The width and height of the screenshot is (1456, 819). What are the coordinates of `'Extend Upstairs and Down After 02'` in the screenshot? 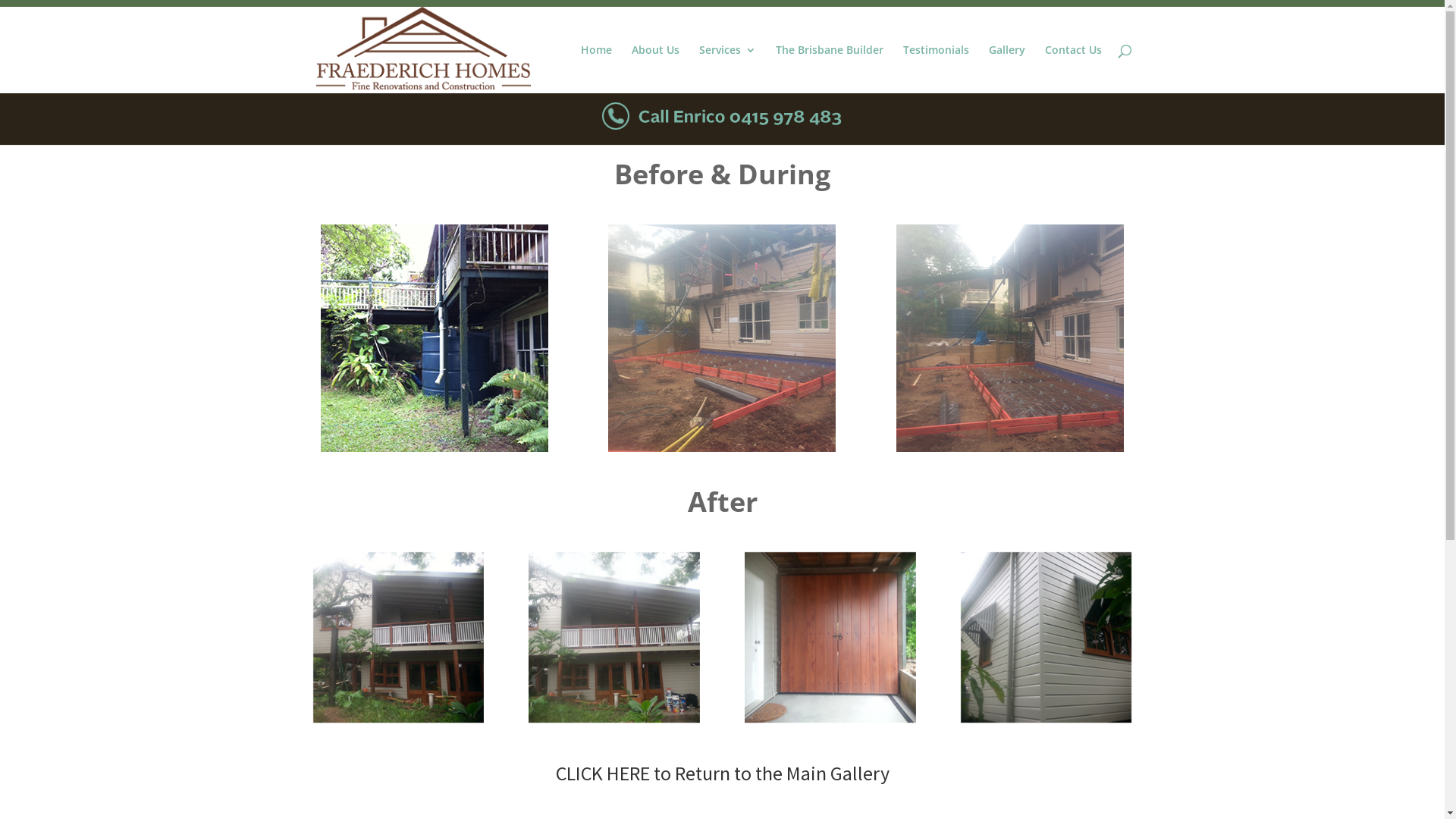 It's located at (613, 637).